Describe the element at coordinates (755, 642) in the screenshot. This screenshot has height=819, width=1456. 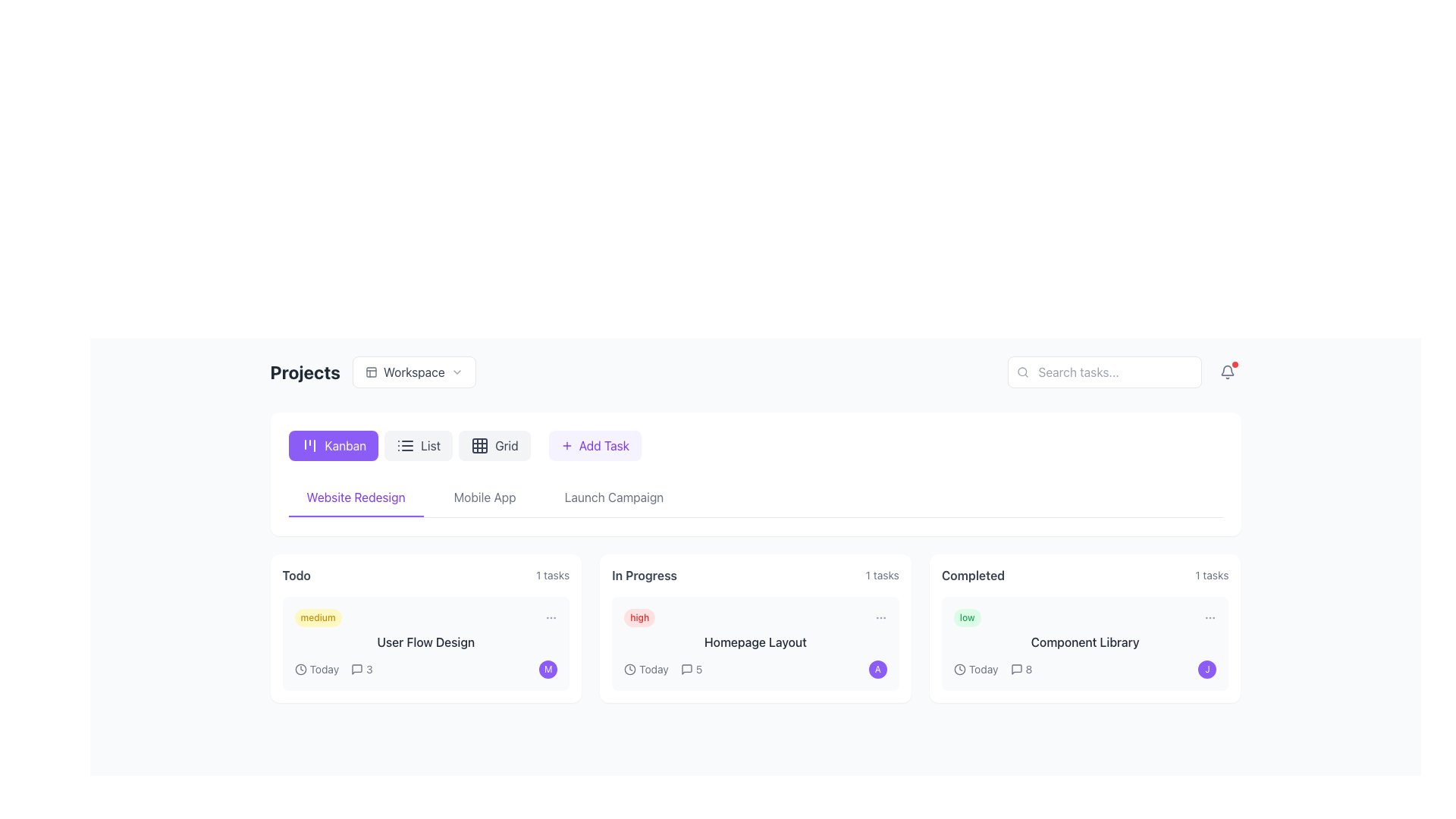
I see `the text label displaying 'Homepage Layout' located in the 'In Progress' column of the Kanban board, positioned centrally within its card interface` at that location.